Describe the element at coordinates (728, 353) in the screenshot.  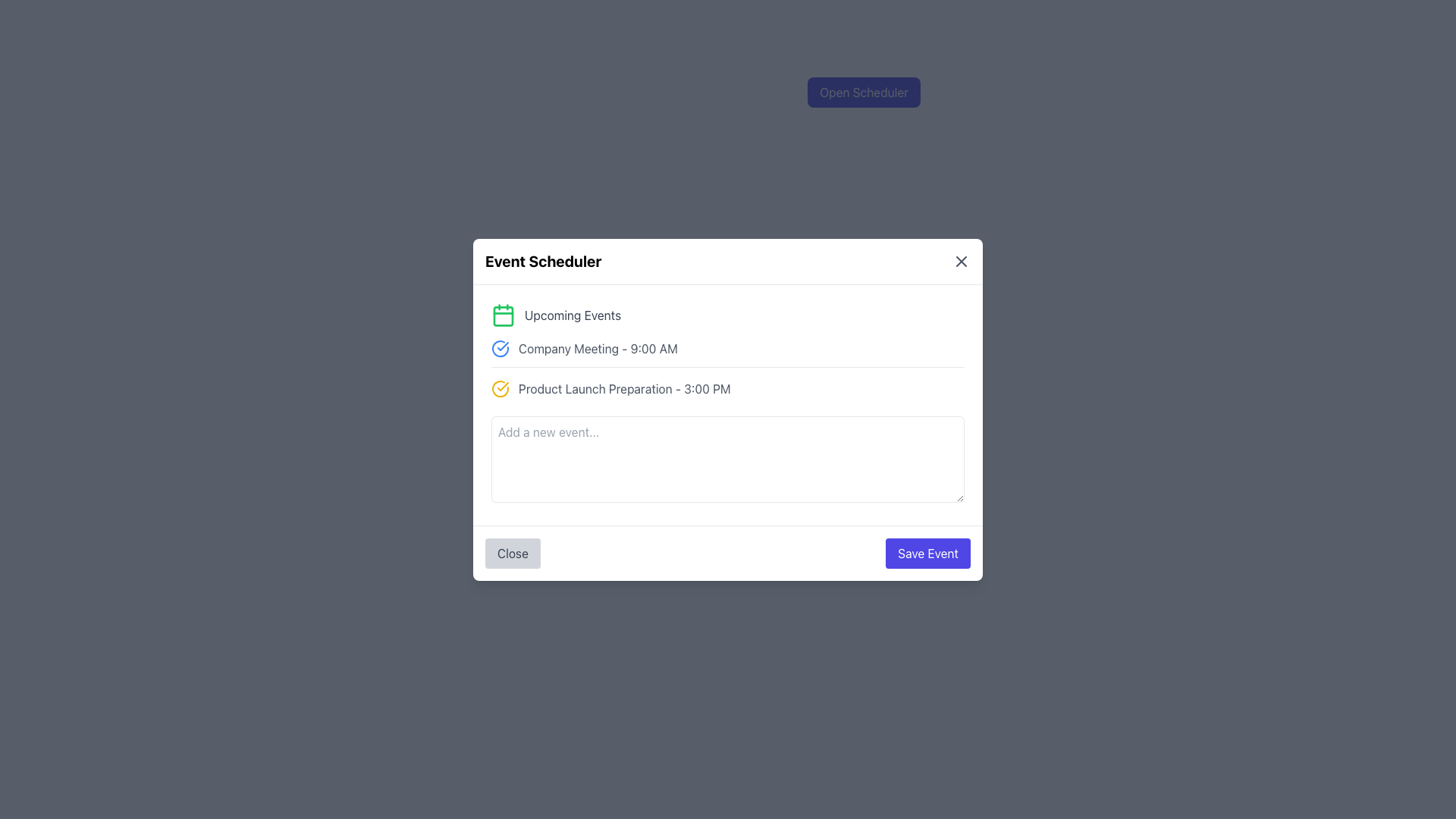
I see `the first event item in the 'Event Scheduler' modal, which represents a scheduled meeting, located directly under the title 'Upcoming Events'` at that location.